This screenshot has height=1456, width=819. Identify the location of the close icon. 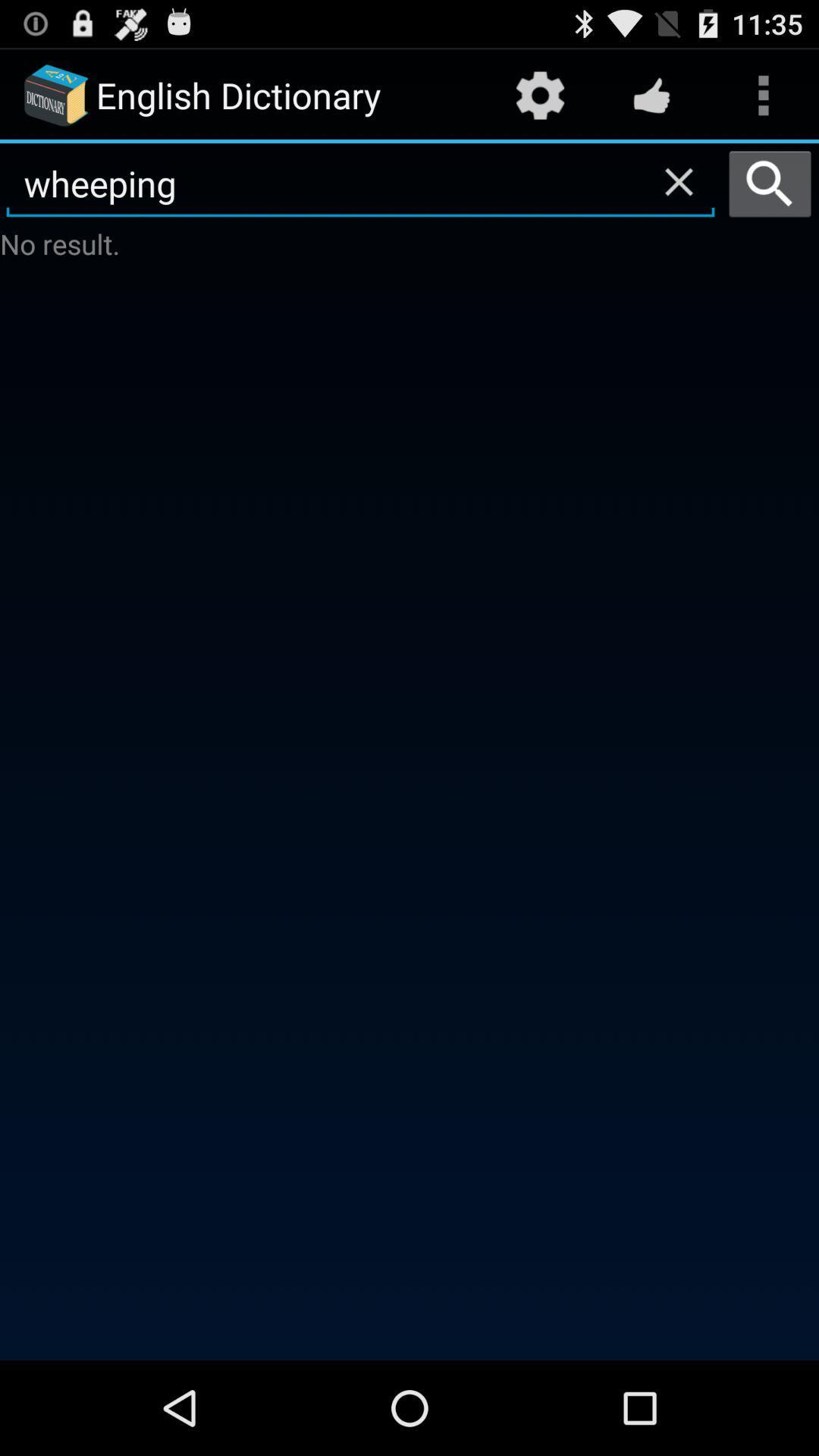
(678, 193).